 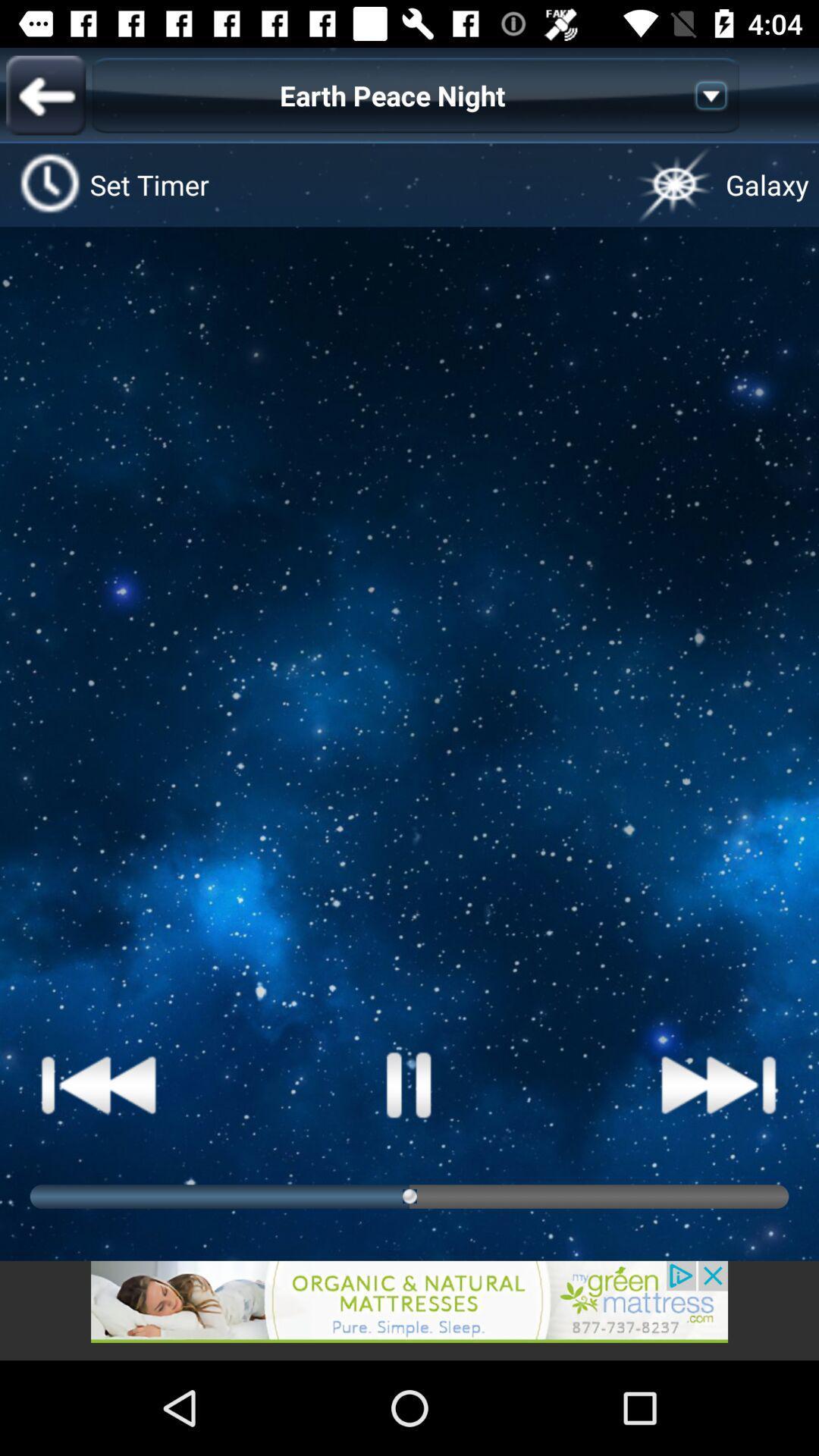 What do you see at coordinates (718, 1084) in the screenshot?
I see `next` at bounding box center [718, 1084].